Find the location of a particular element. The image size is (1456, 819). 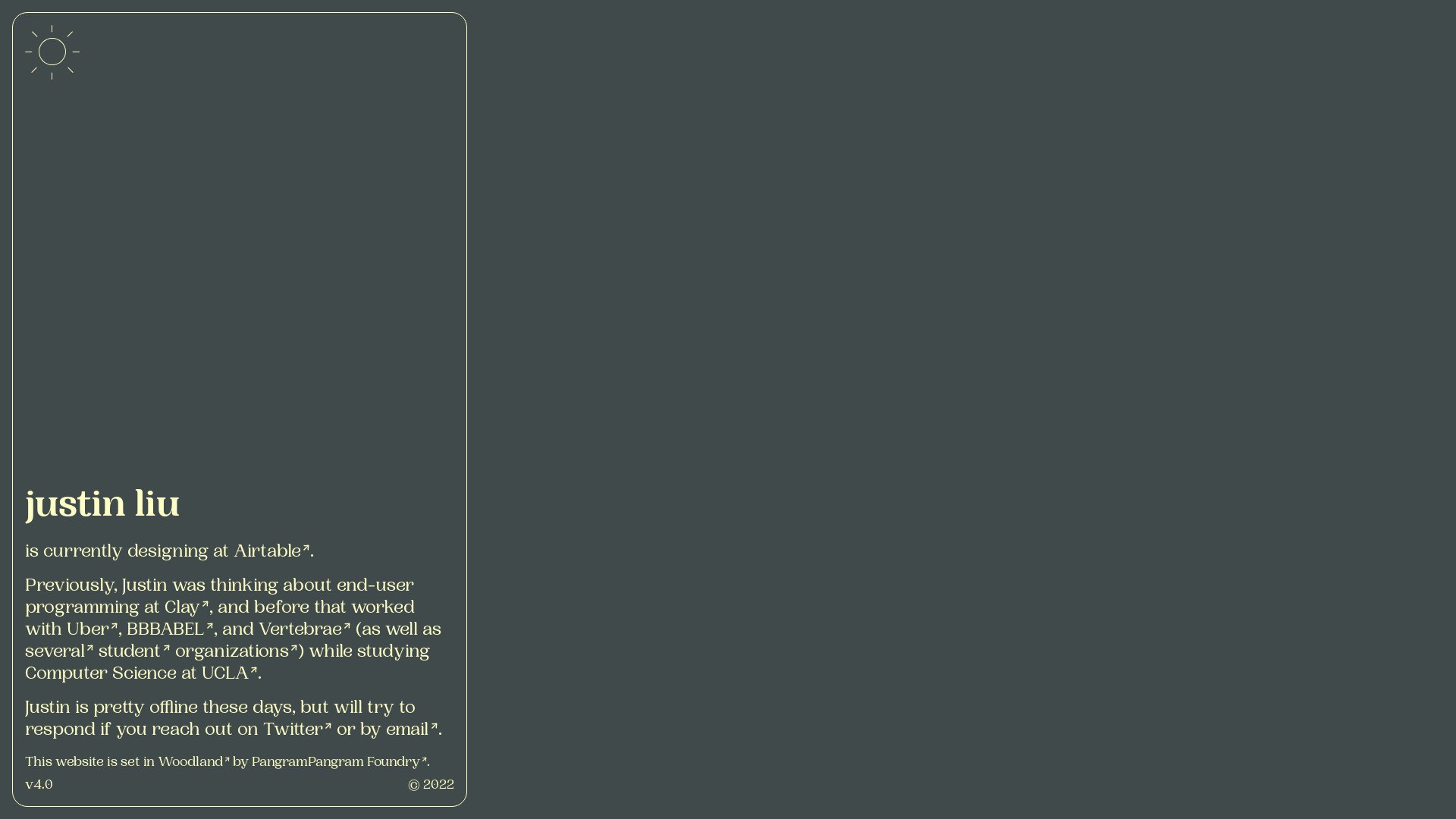

'Airtable' is located at coordinates (232, 553).